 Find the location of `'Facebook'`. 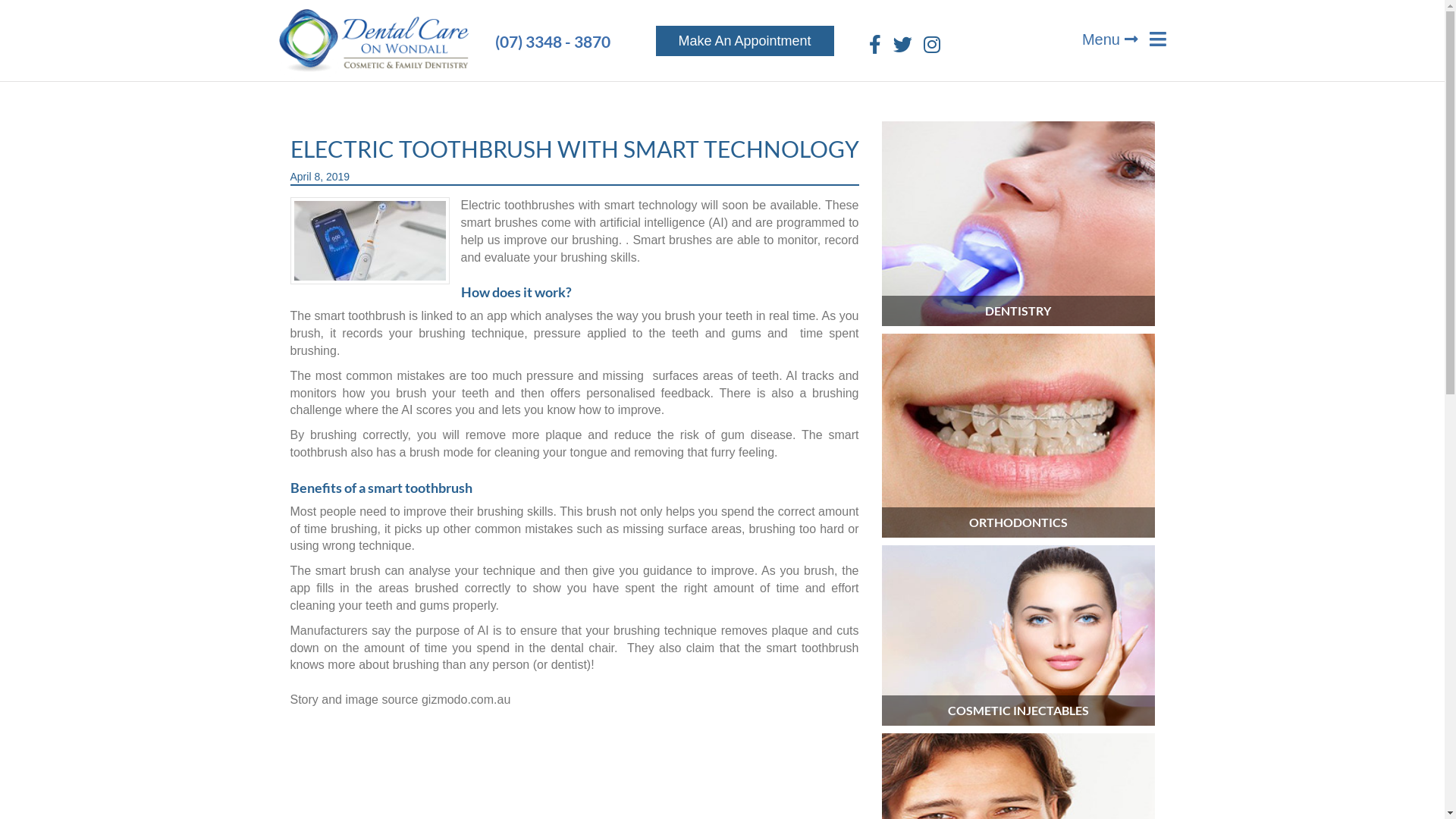

'Facebook' is located at coordinates (874, 43).